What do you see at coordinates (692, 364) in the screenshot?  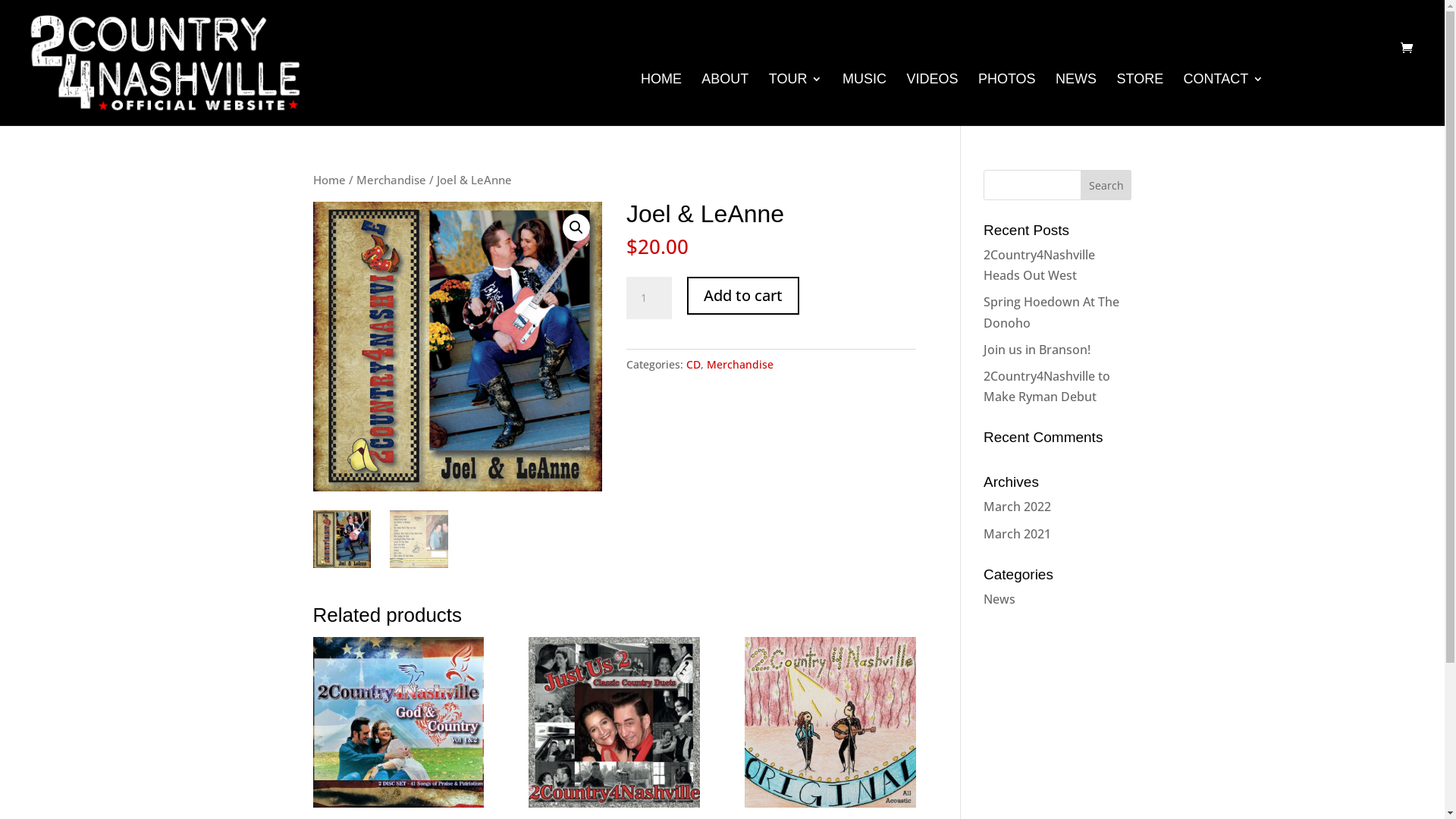 I see `'CD'` at bounding box center [692, 364].